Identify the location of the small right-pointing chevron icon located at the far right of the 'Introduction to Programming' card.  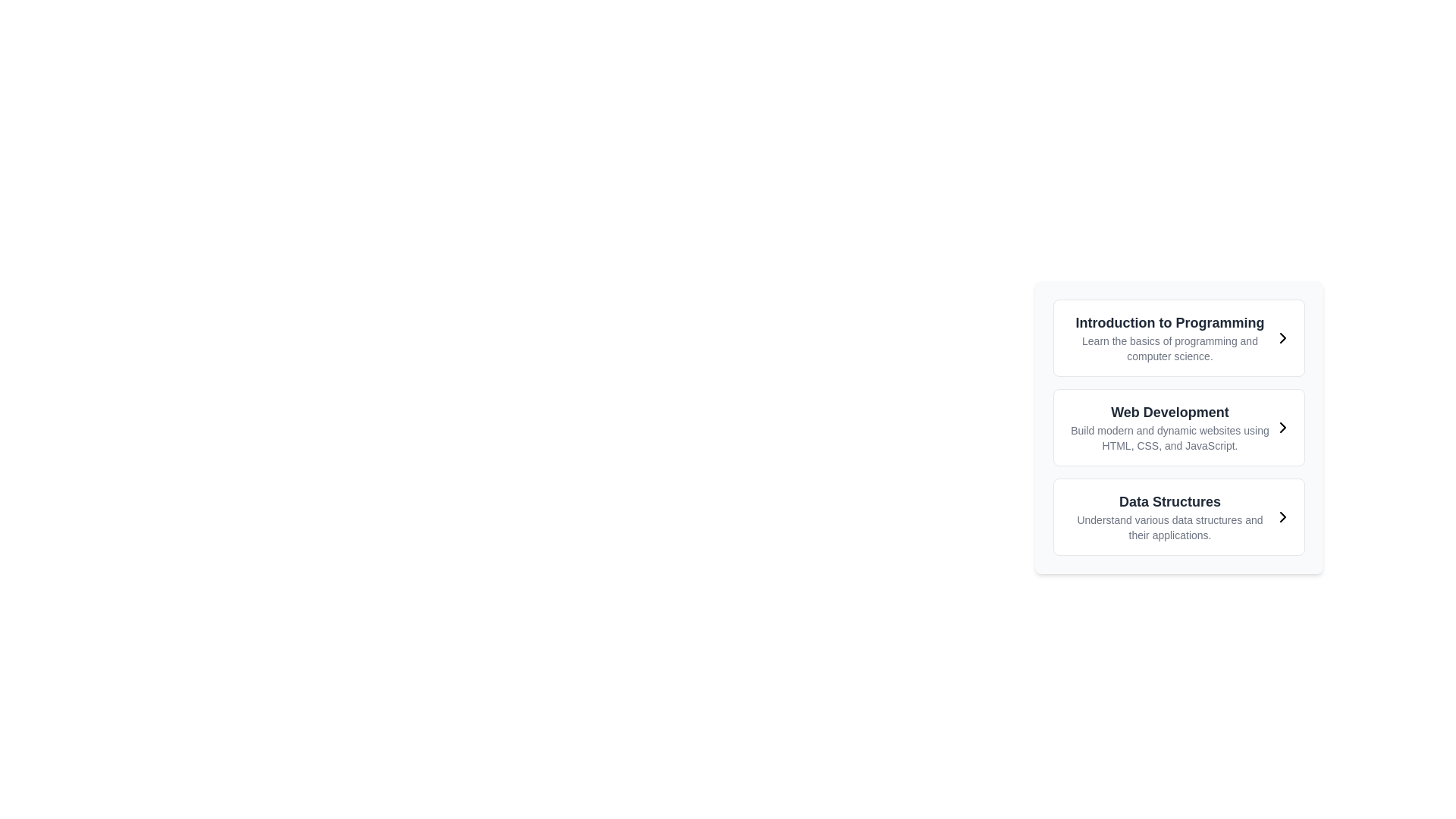
(1282, 337).